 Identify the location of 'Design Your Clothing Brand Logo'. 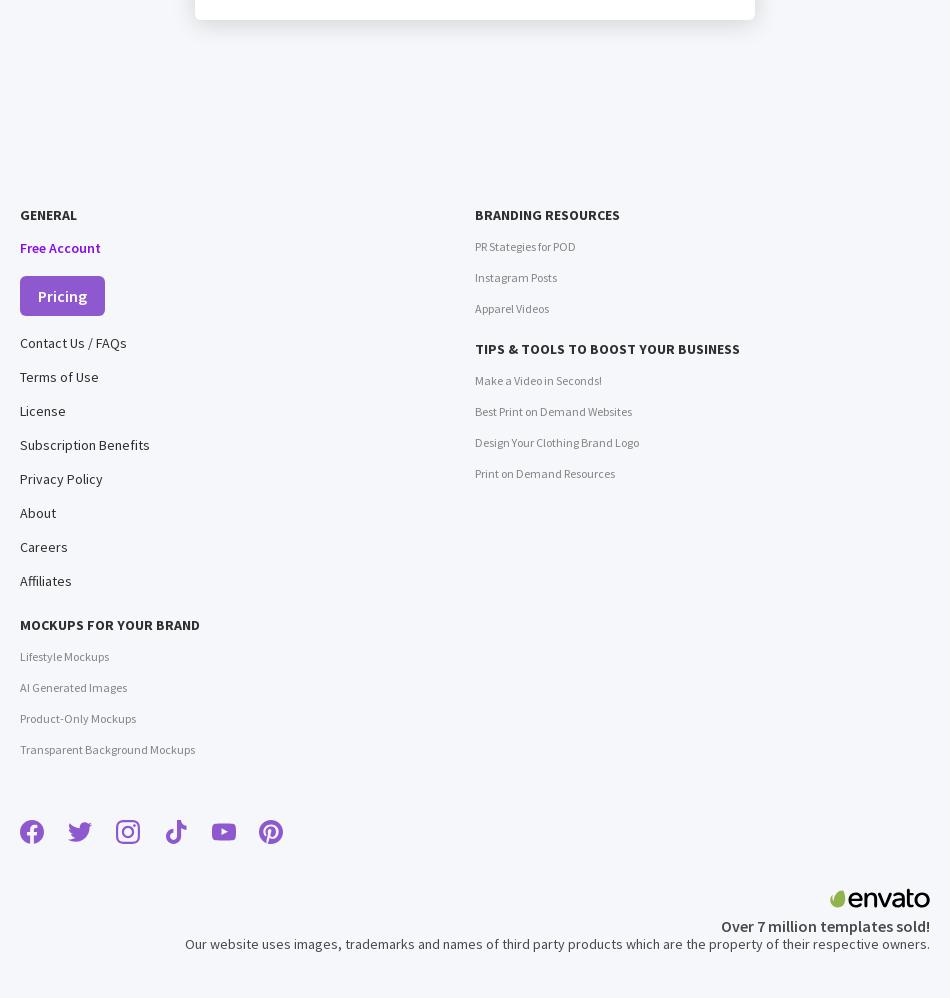
(556, 442).